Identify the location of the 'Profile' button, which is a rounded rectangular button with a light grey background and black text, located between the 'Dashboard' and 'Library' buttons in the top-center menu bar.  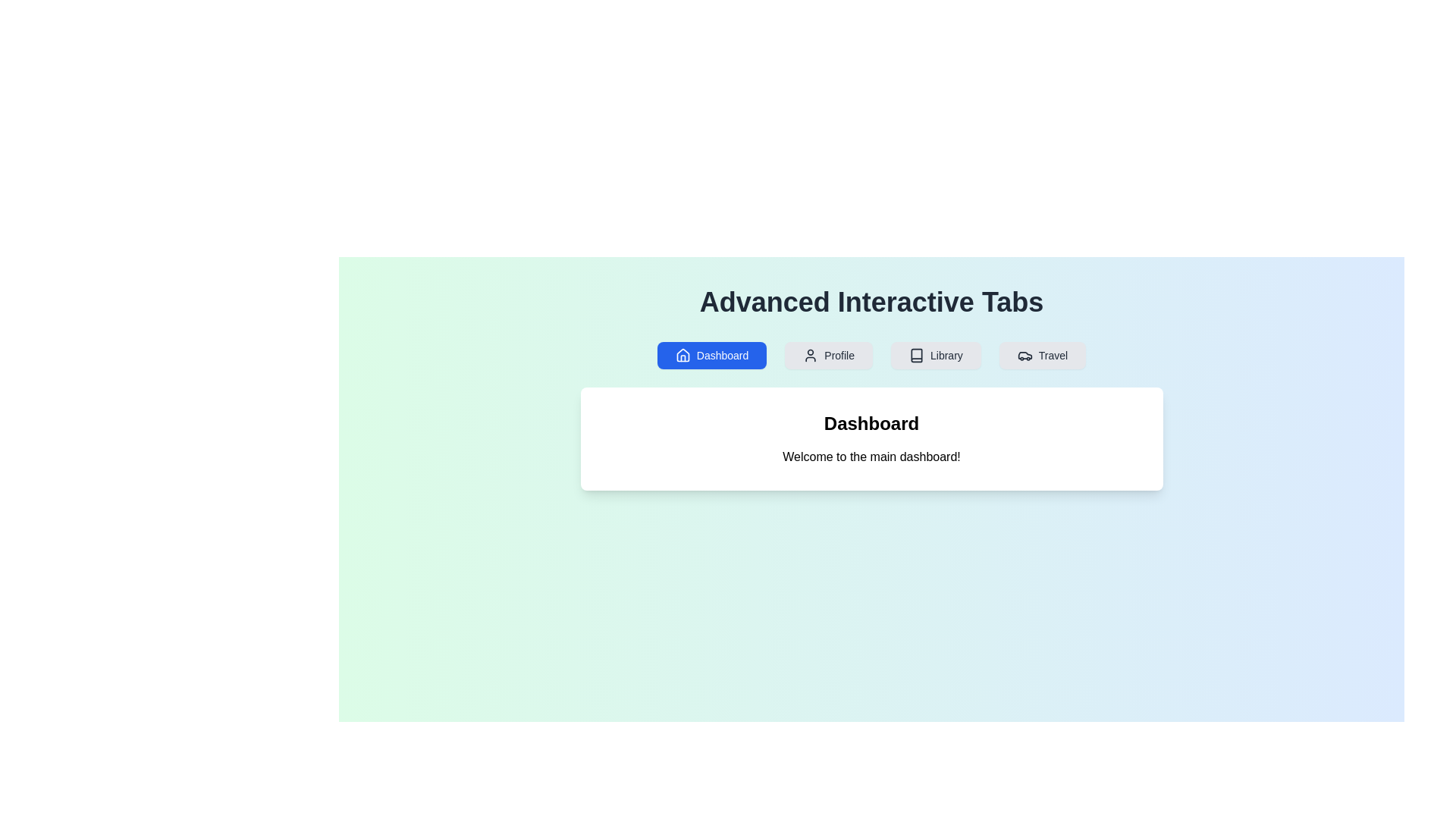
(828, 356).